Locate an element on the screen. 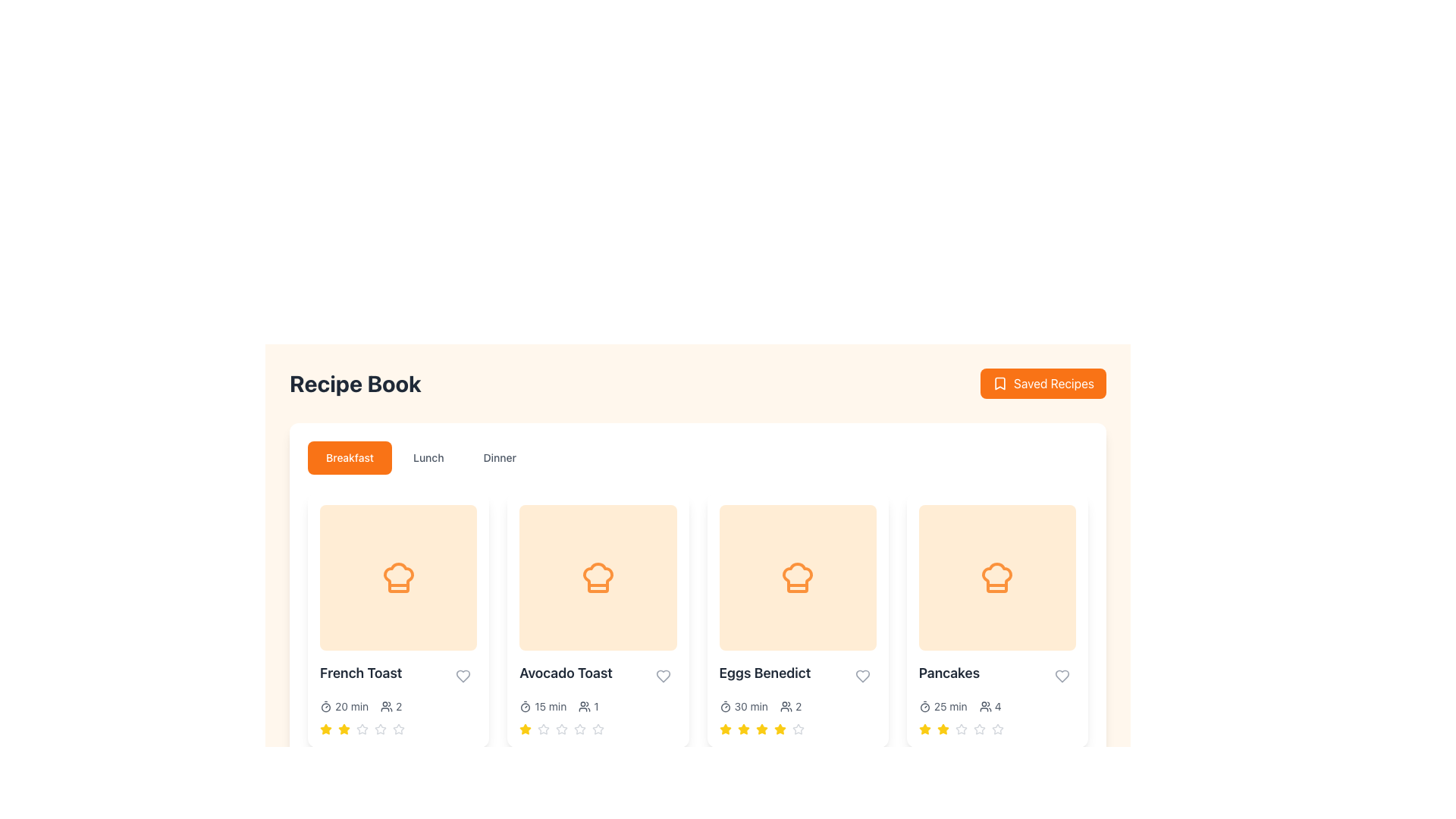 The height and width of the screenshot is (819, 1456). the heart icon button used to like or favorite the 'Avocado Toast' item is located at coordinates (663, 675).